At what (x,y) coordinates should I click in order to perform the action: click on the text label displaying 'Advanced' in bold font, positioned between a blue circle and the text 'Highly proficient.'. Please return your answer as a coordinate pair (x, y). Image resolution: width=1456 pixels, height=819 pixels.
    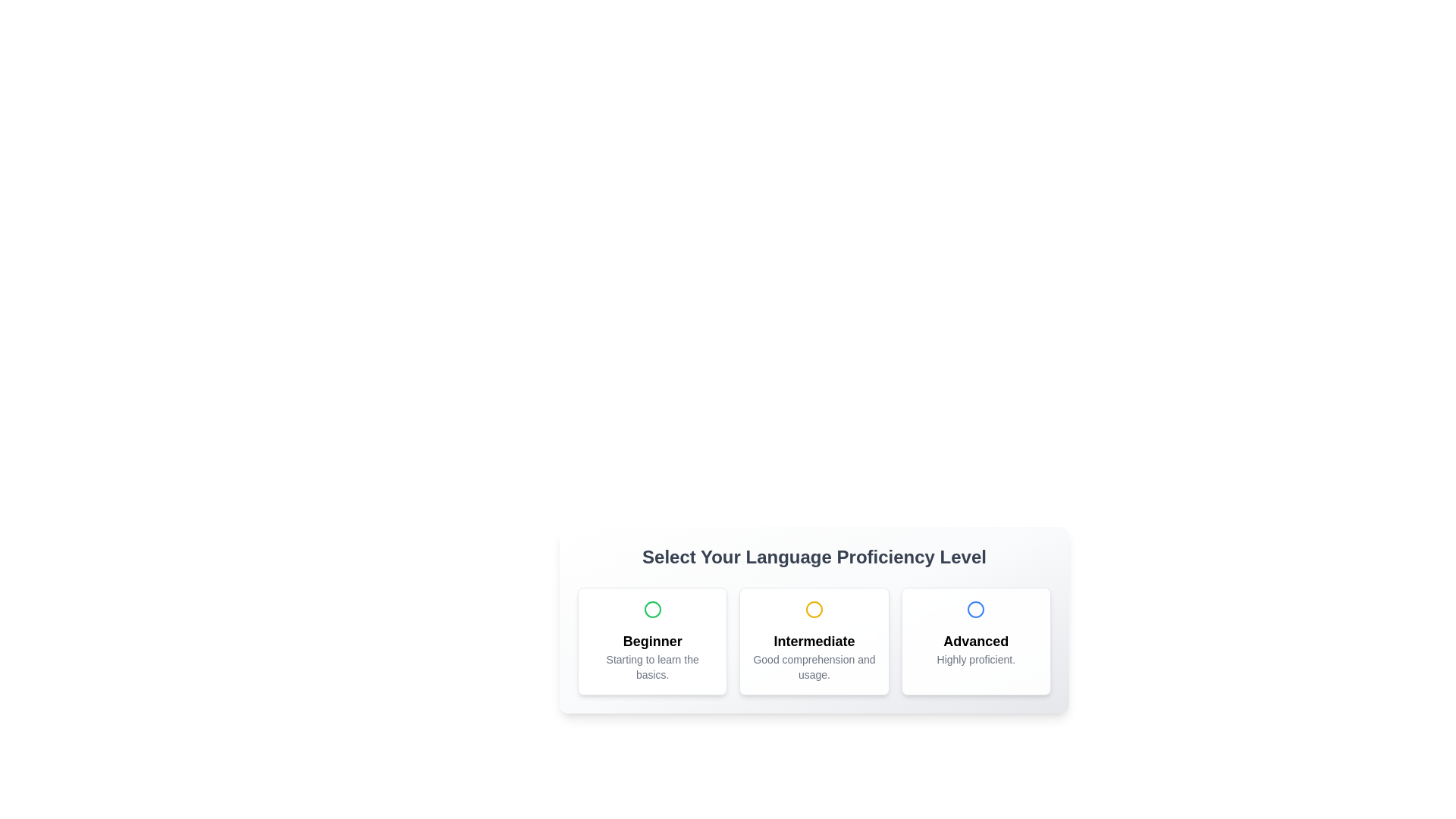
    Looking at the image, I should click on (976, 641).